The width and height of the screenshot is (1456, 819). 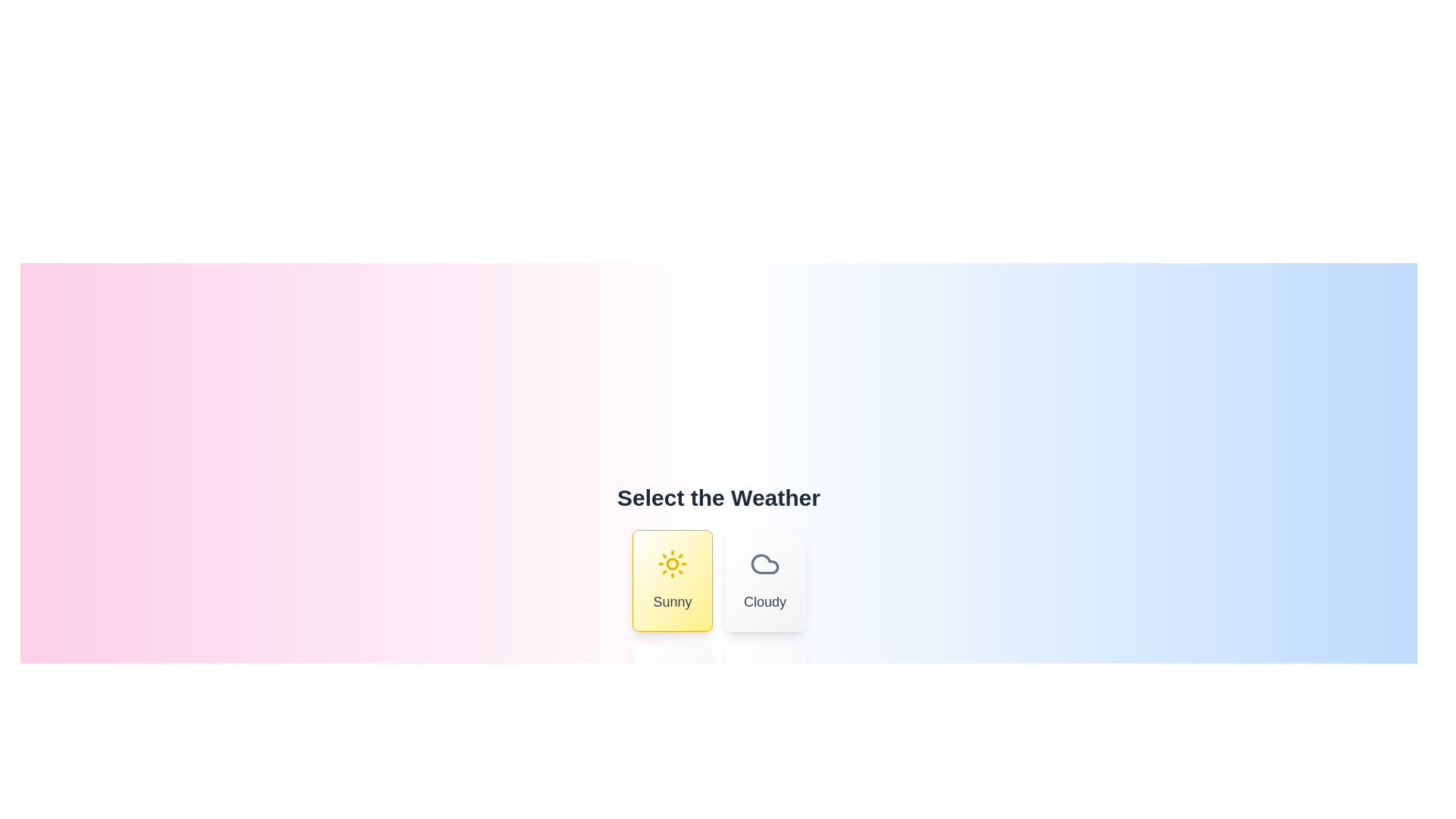 What do you see at coordinates (672, 580) in the screenshot?
I see `the 'Sunny' weather condition card button, which is a rectangular card with a gradient background, a yellow sun icon at the top, and the label 'Sunny' in gray font` at bounding box center [672, 580].